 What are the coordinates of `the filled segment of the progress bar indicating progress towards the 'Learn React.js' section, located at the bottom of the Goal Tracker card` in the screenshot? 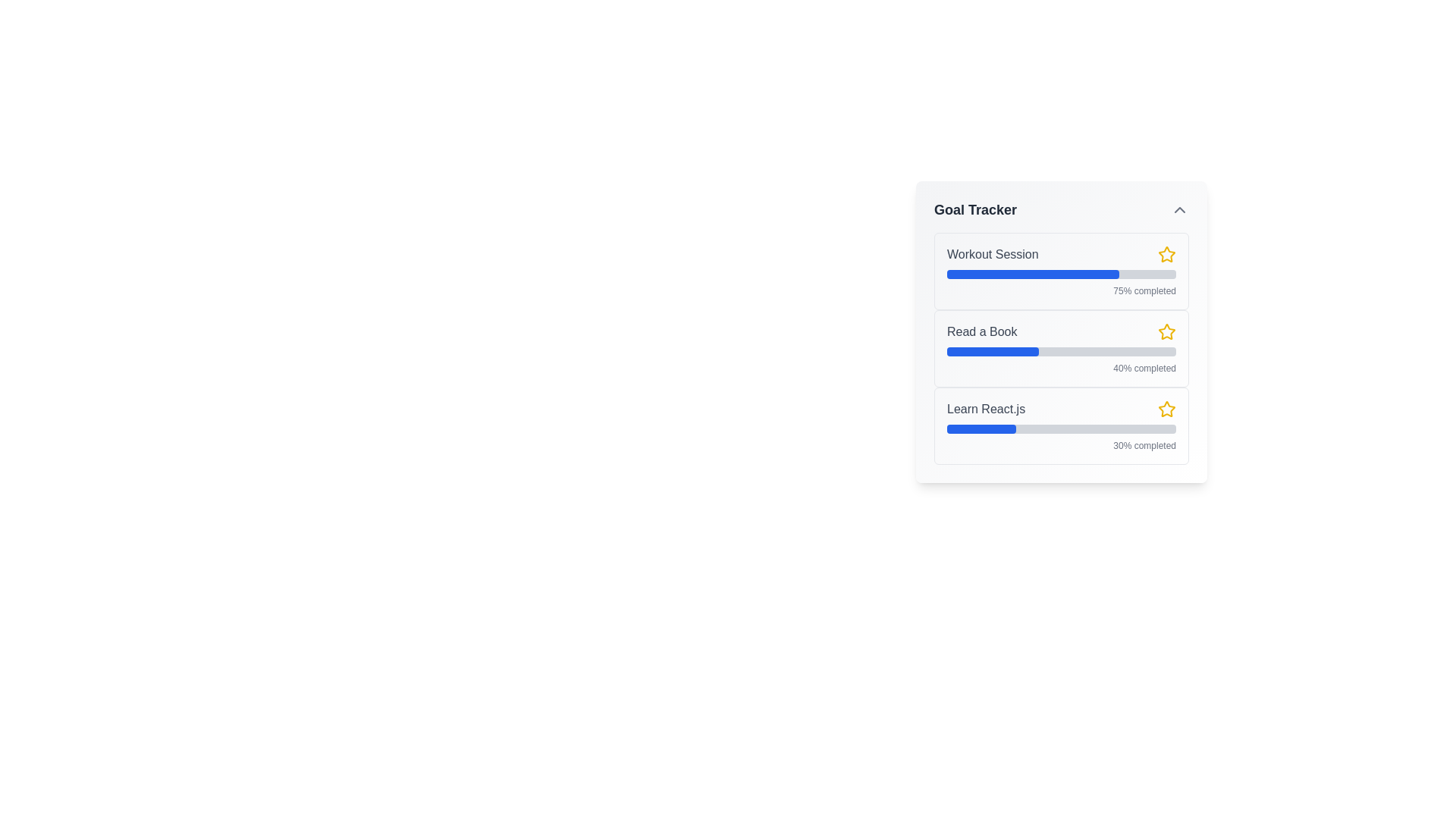 It's located at (981, 429).